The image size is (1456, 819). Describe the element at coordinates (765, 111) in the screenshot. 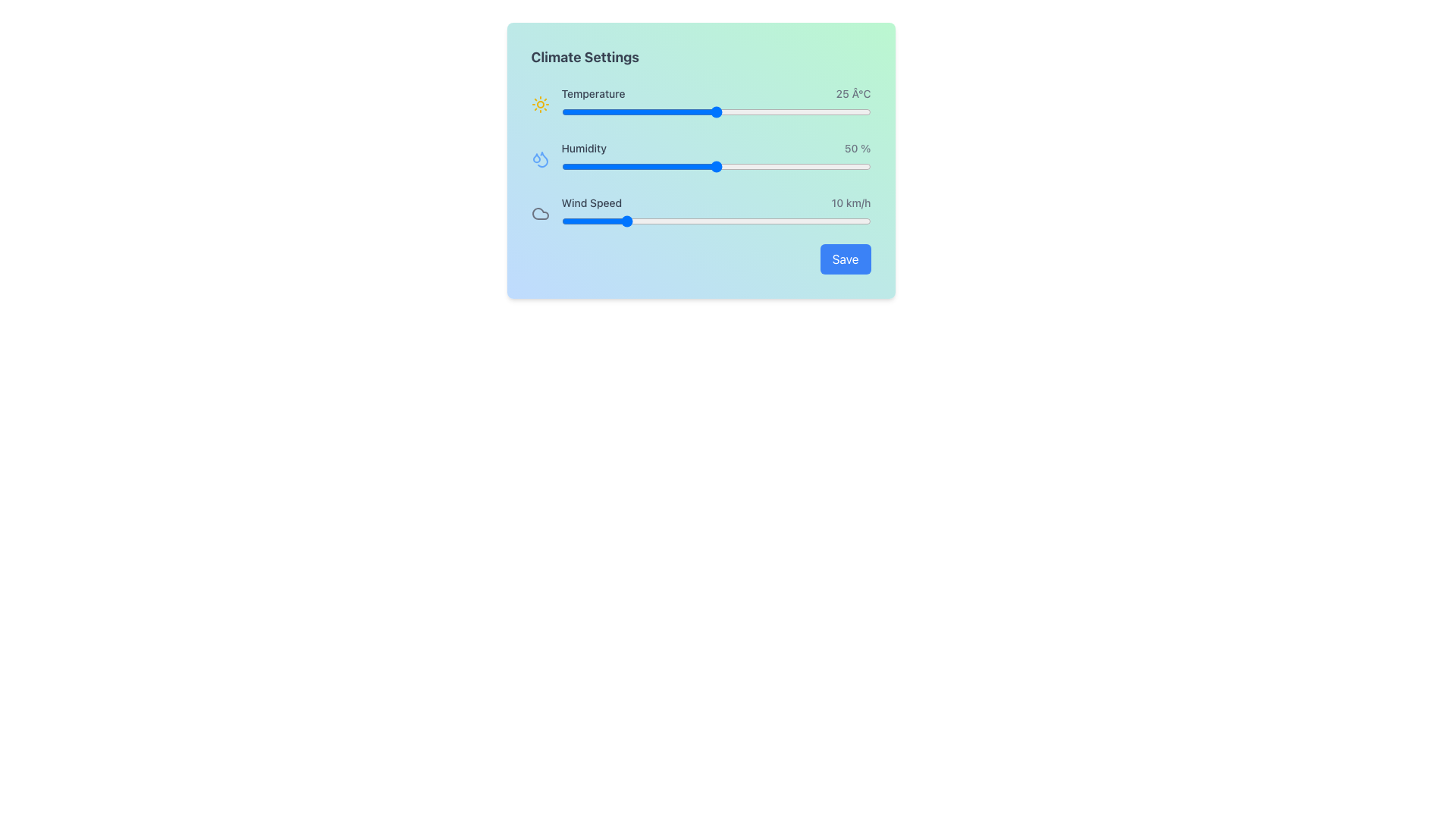

I see `the temperature slider` at that location.